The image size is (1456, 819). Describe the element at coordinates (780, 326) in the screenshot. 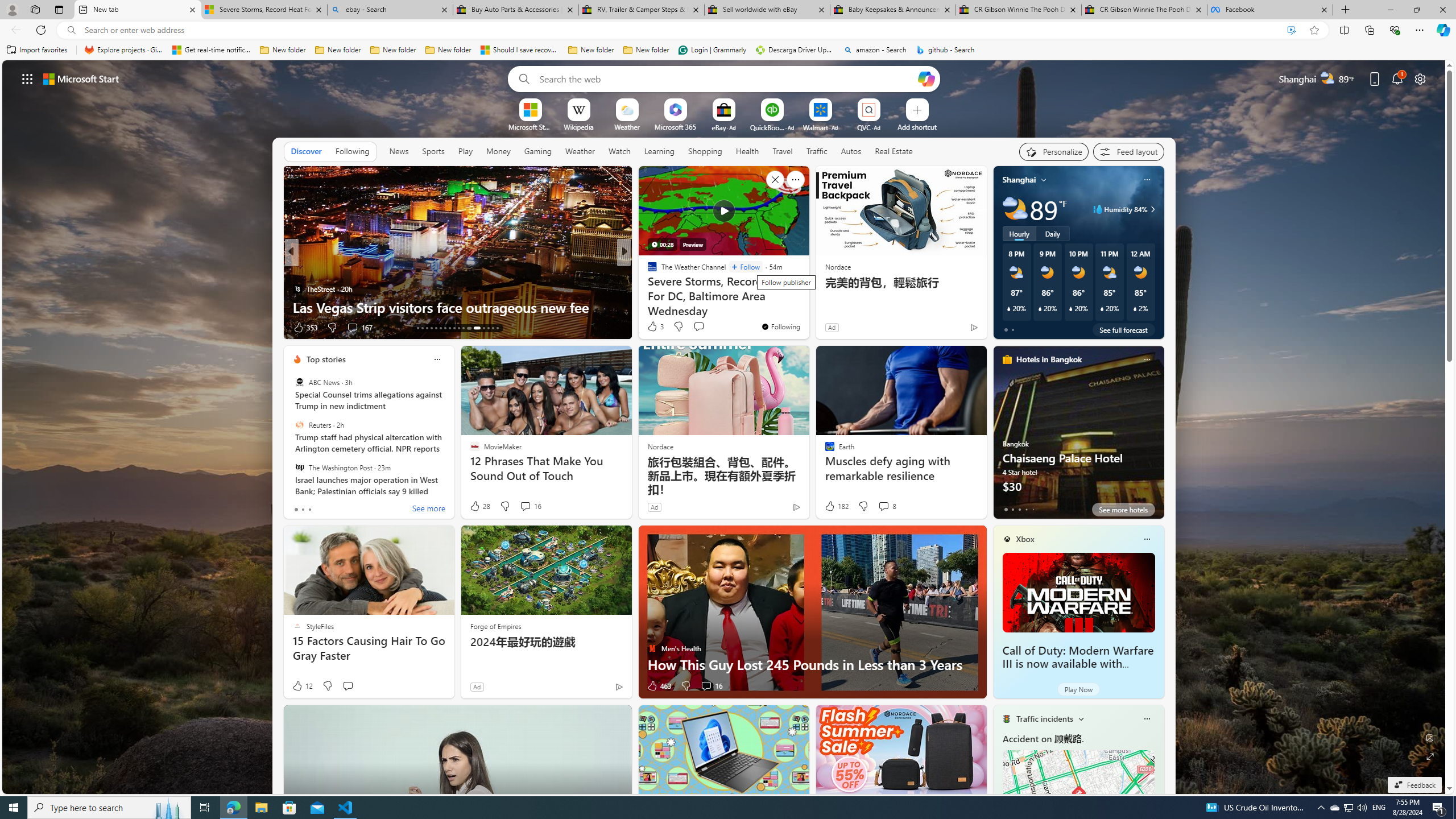

I see `'You'` at that location.